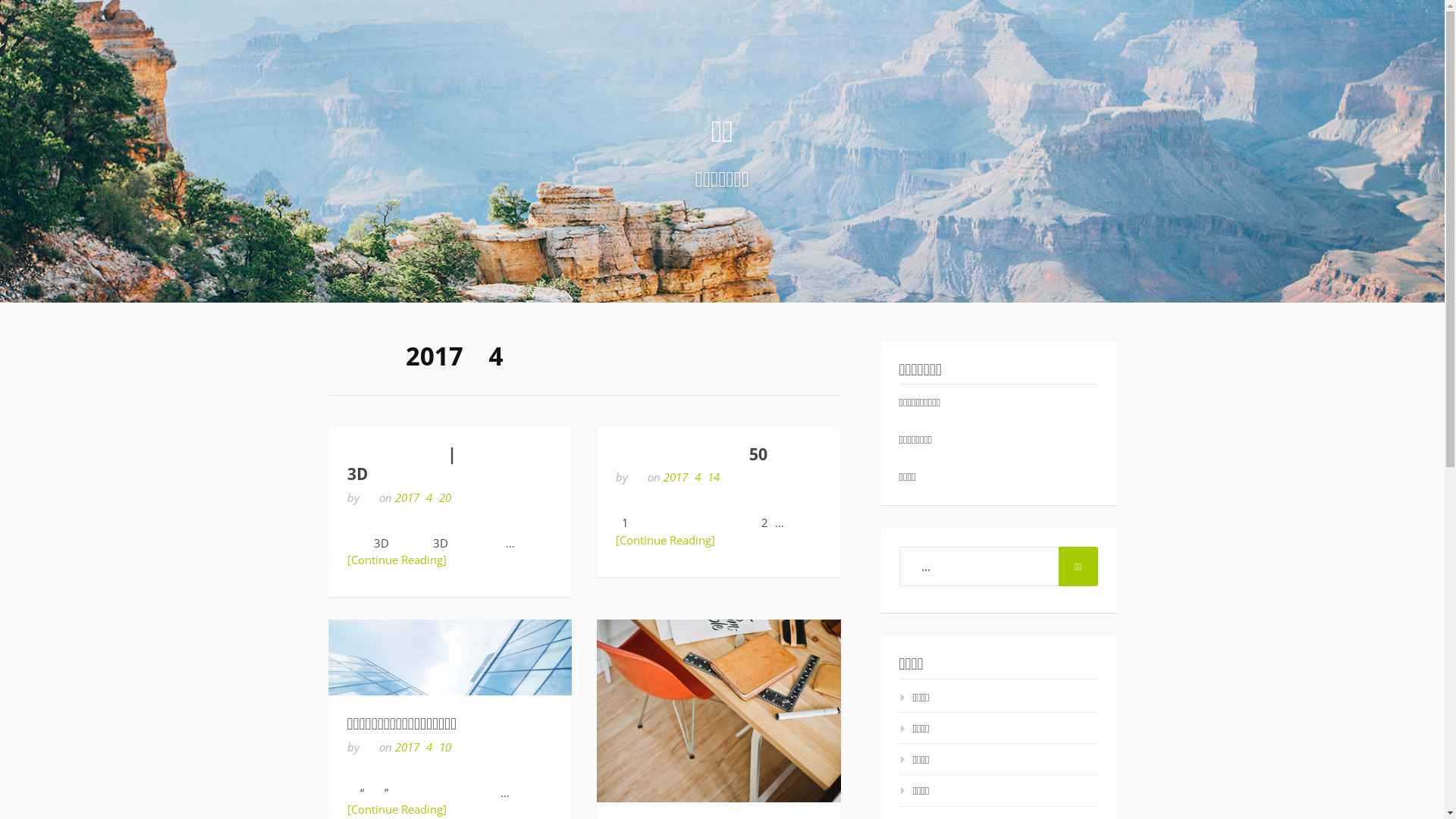 This screenshot has width=1456, height=819. What do you see at coordinates (0, 0) in the screenshot?
I see `'Skip to content'` at bounding box center [0, 0].